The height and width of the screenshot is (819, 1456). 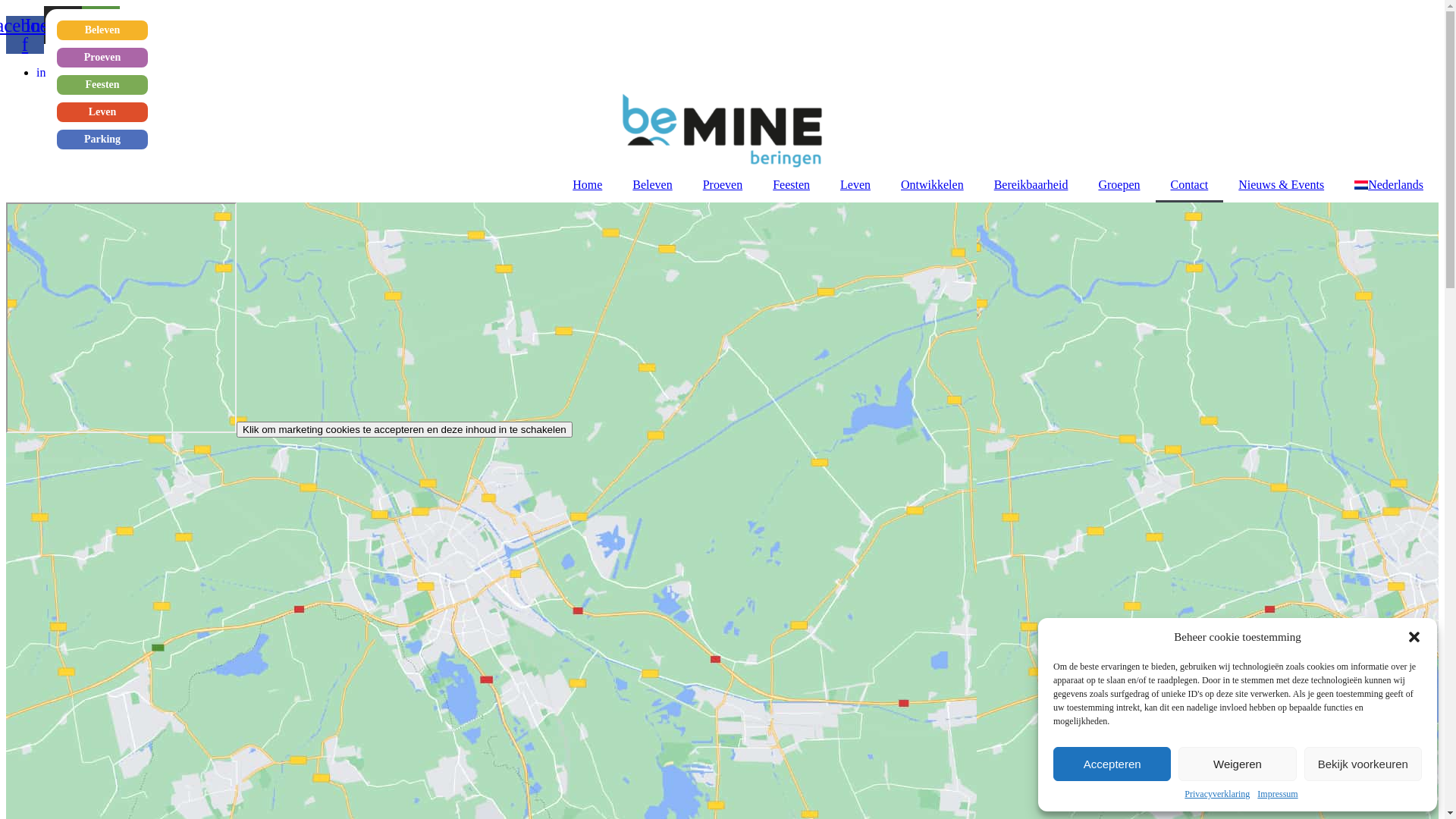 What do you see at coordinates (1276, 793) in the screenshot?
I see `'Impressum'` at bounding box center [1276, 793].